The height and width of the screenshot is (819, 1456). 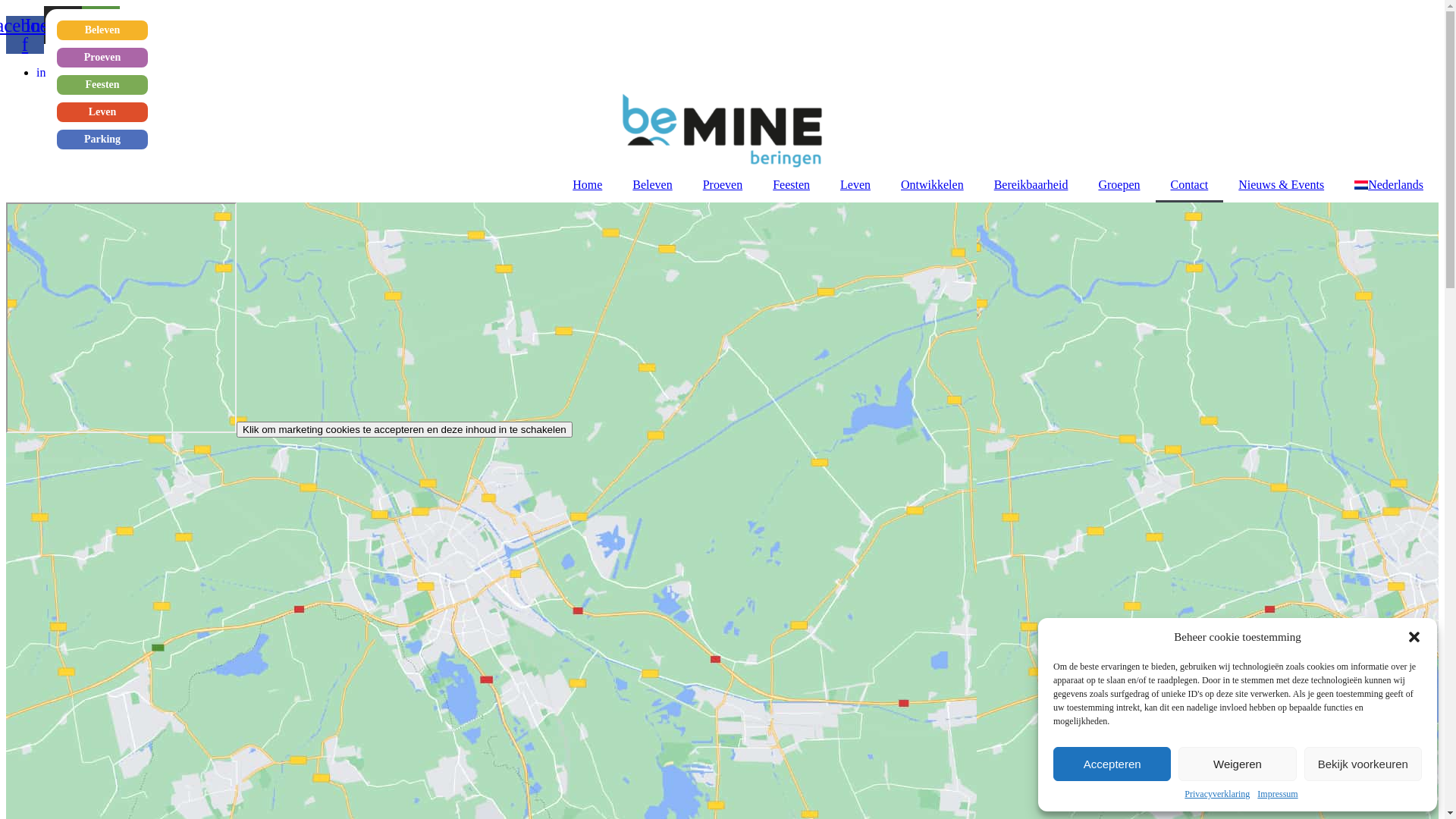 What do you see at coordinates (1276, 793) in the screenshot?
I see `'Impressum'` at bounding box center [1276, 793].